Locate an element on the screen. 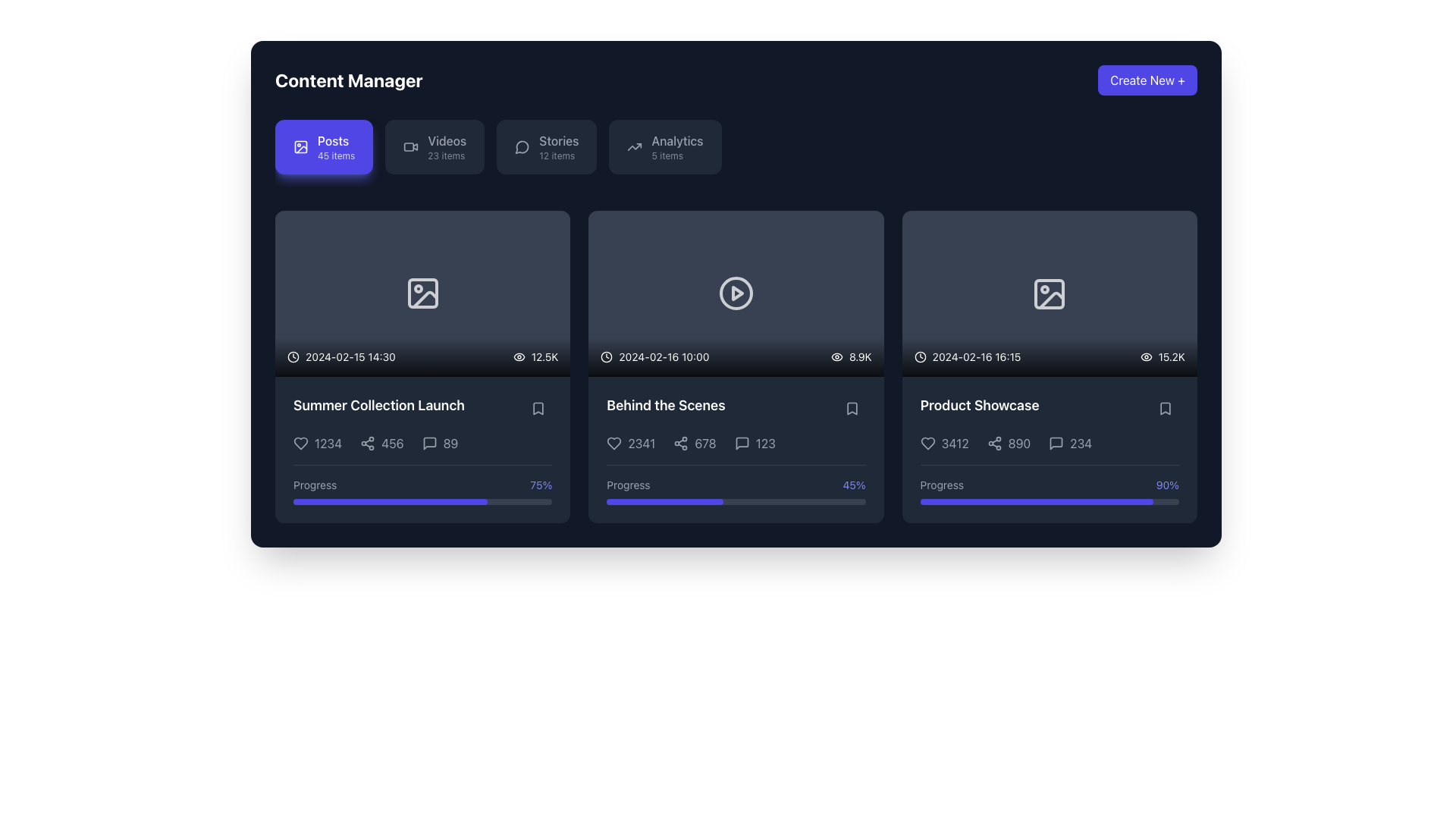 This screenshot has width=1456, height=819. the progress visually of the progress indicator located in the middle card of the three-card layout, positioned towards the bottom below the metrics for shares and comments is located at coordinates (736, 485).